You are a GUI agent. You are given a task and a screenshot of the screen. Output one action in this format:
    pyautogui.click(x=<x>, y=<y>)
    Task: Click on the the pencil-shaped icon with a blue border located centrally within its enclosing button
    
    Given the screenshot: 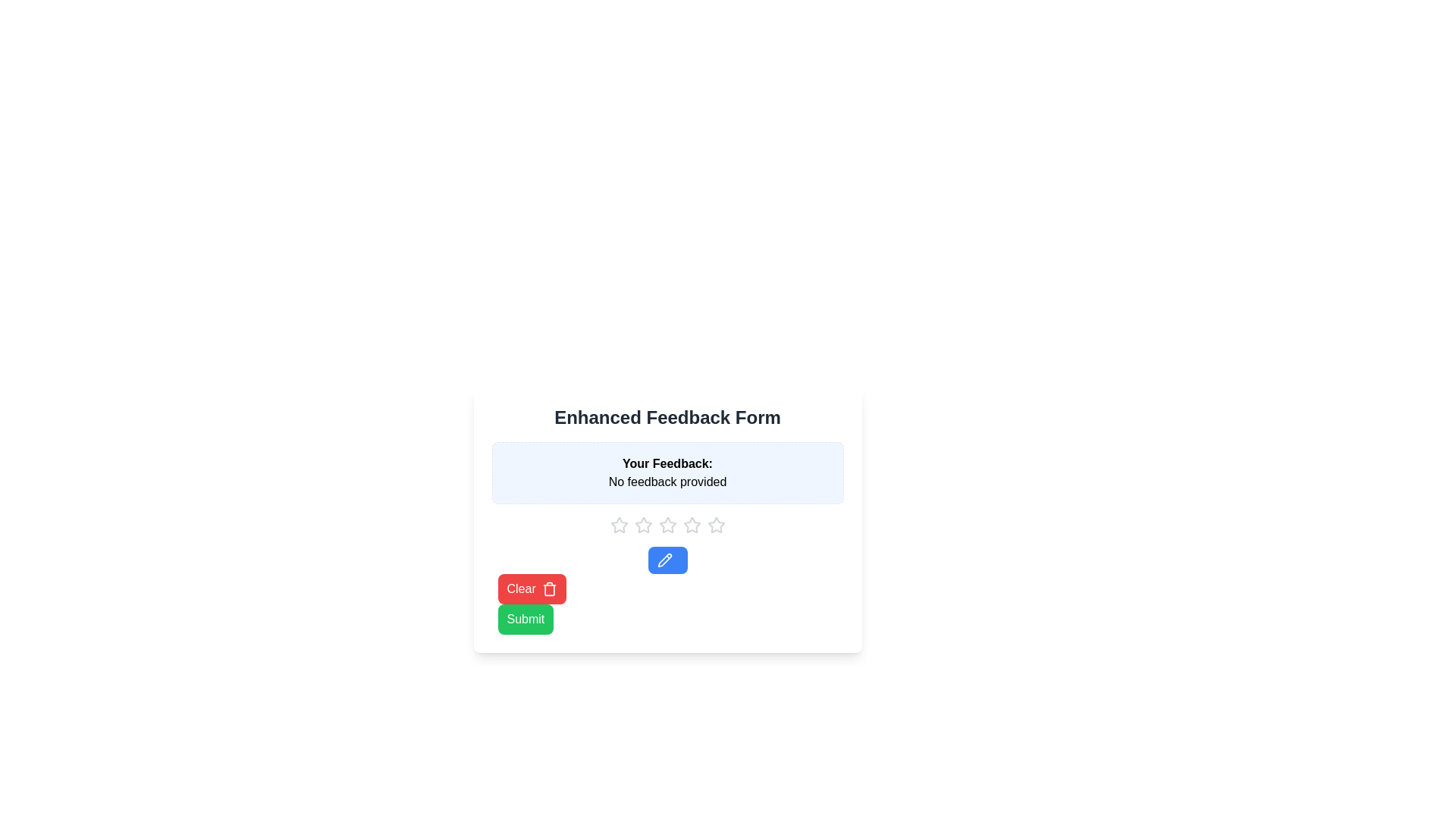 What is the action you would take?
    pyautogui.click(x=664, y=560)
    